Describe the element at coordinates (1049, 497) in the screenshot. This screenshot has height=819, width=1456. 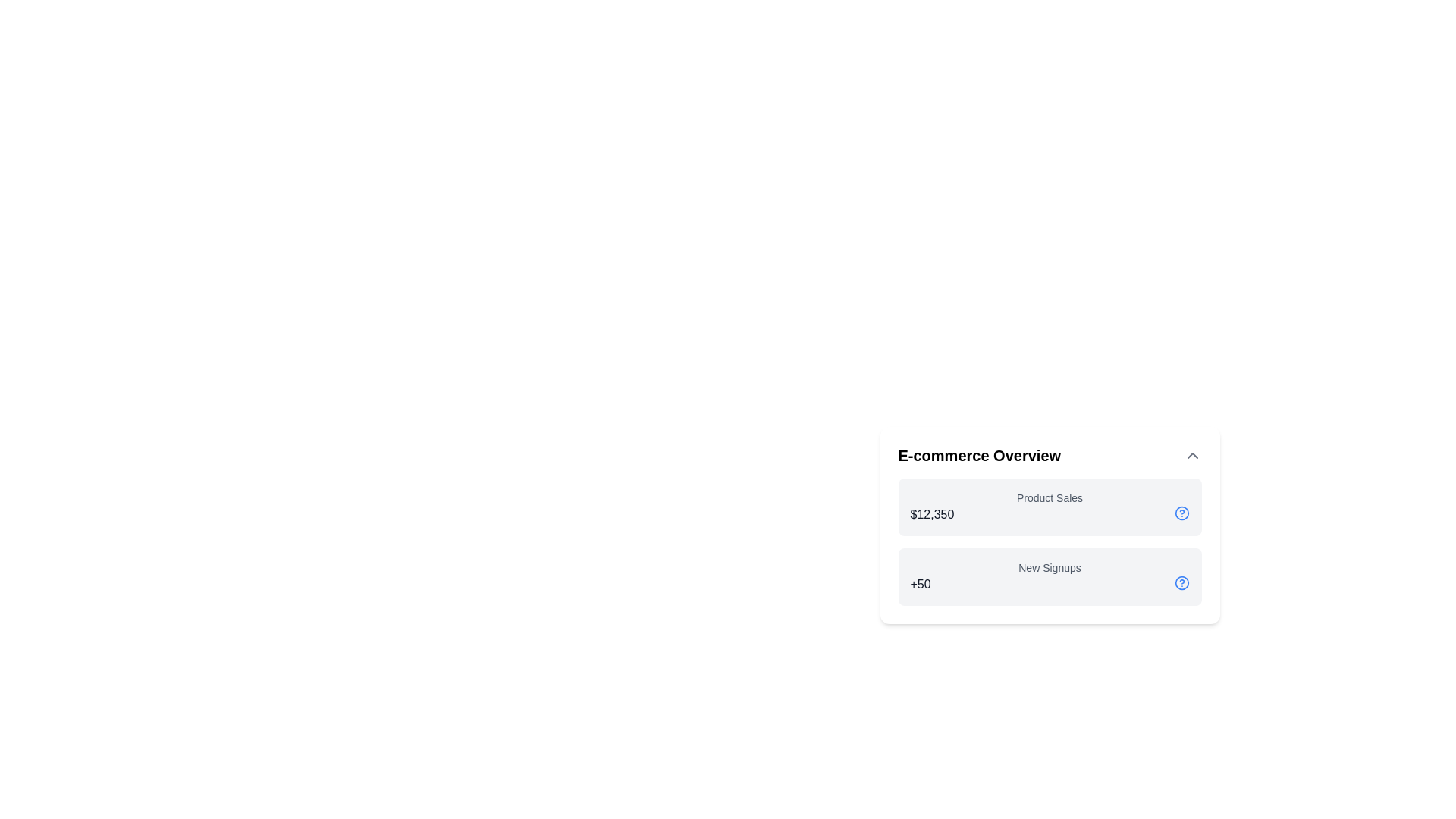
I see `the text label displaying 'Product Sales' located under the title 'E-commerce Overview', above the value '$12,350'` at that location.